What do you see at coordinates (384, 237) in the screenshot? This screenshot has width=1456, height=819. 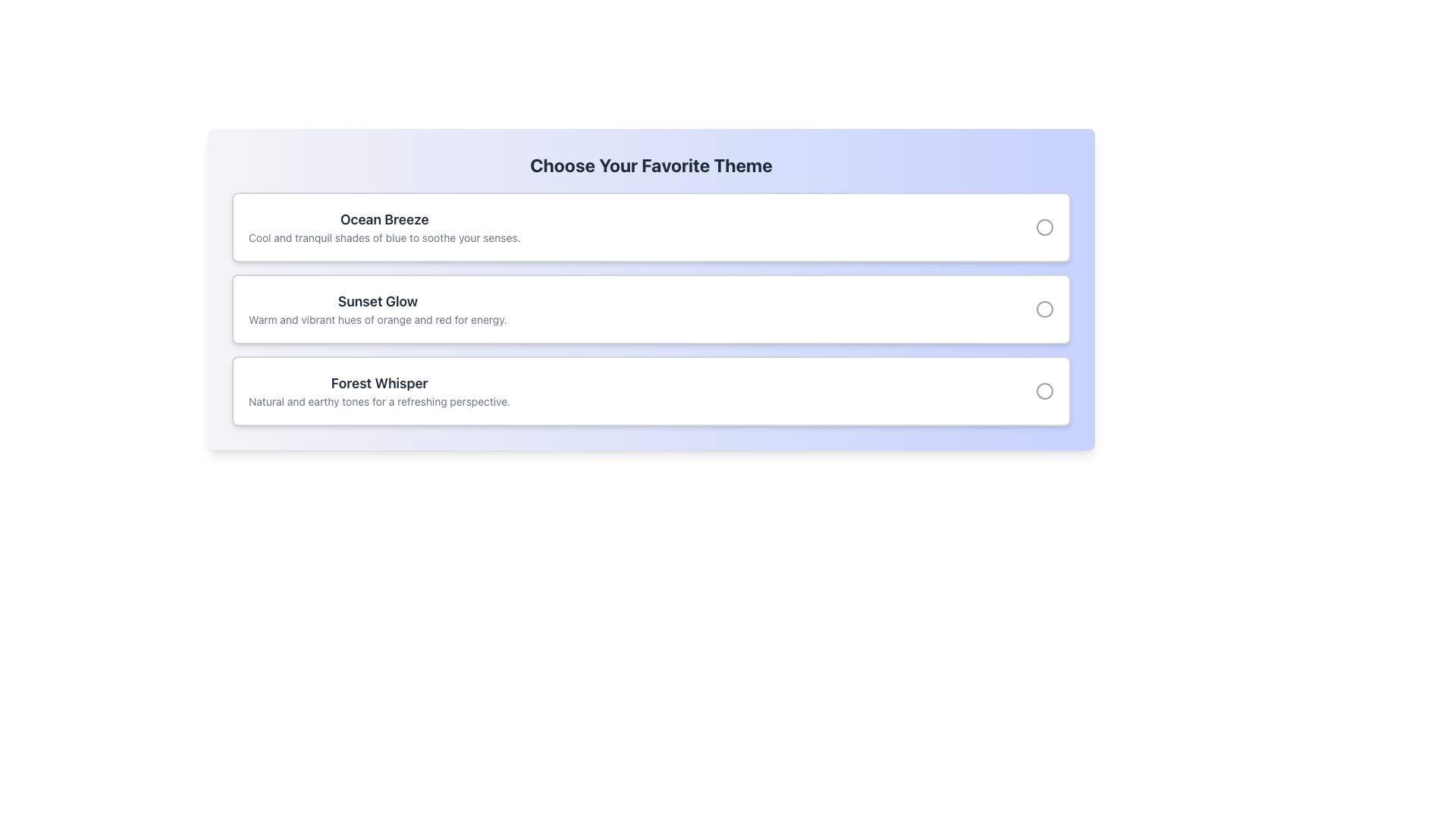 I see `the text element reading 'Cool and tranquil shades of blue to soothe your senses.' which is styled in a small, light gray font and positioned below the bold text 'Ocean Breeze' in the first option card of the vertical list` at bounding box center [384, 237].